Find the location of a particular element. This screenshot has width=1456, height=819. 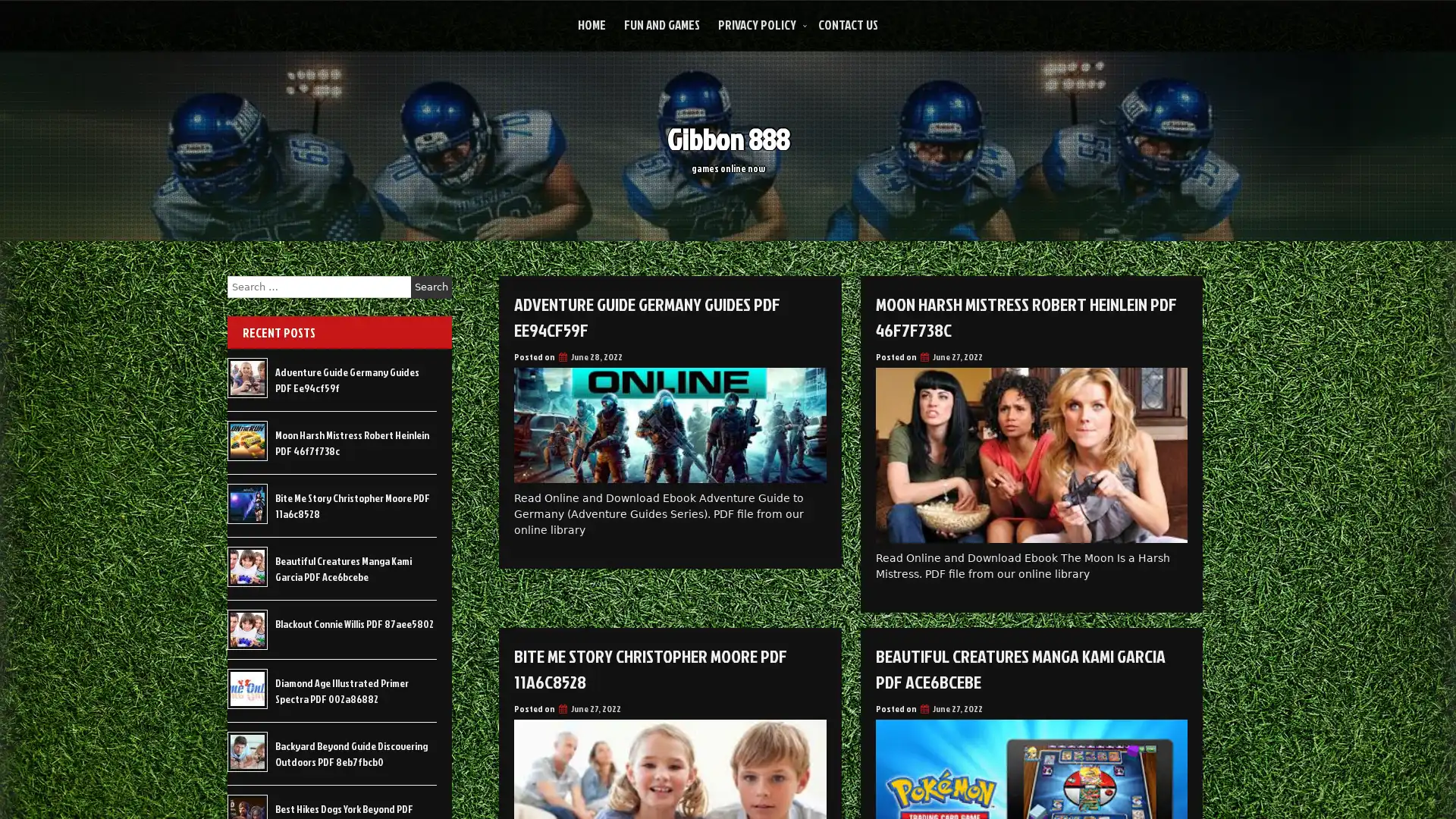

Search is located at coordinates (431, 287).